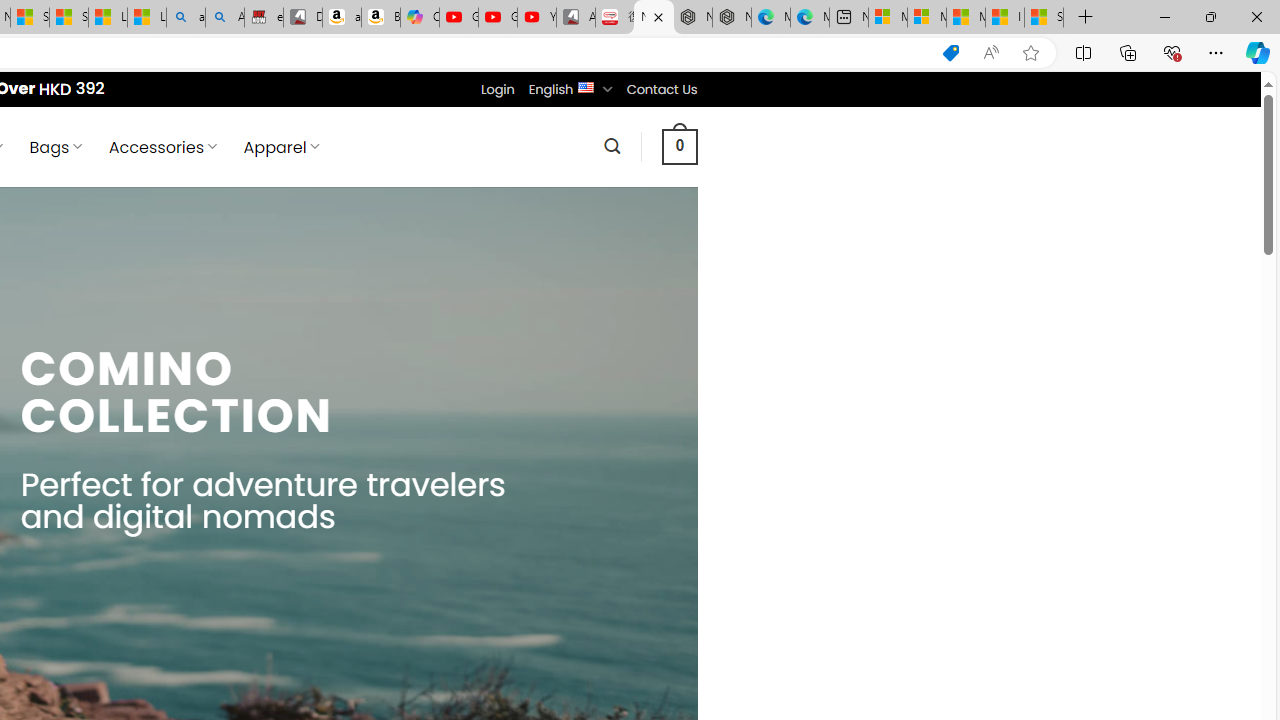 The image size is (1280, 720). Describe the element at coordinates (418, 17) in the screenshot. I see `'Copilot'` at that location.